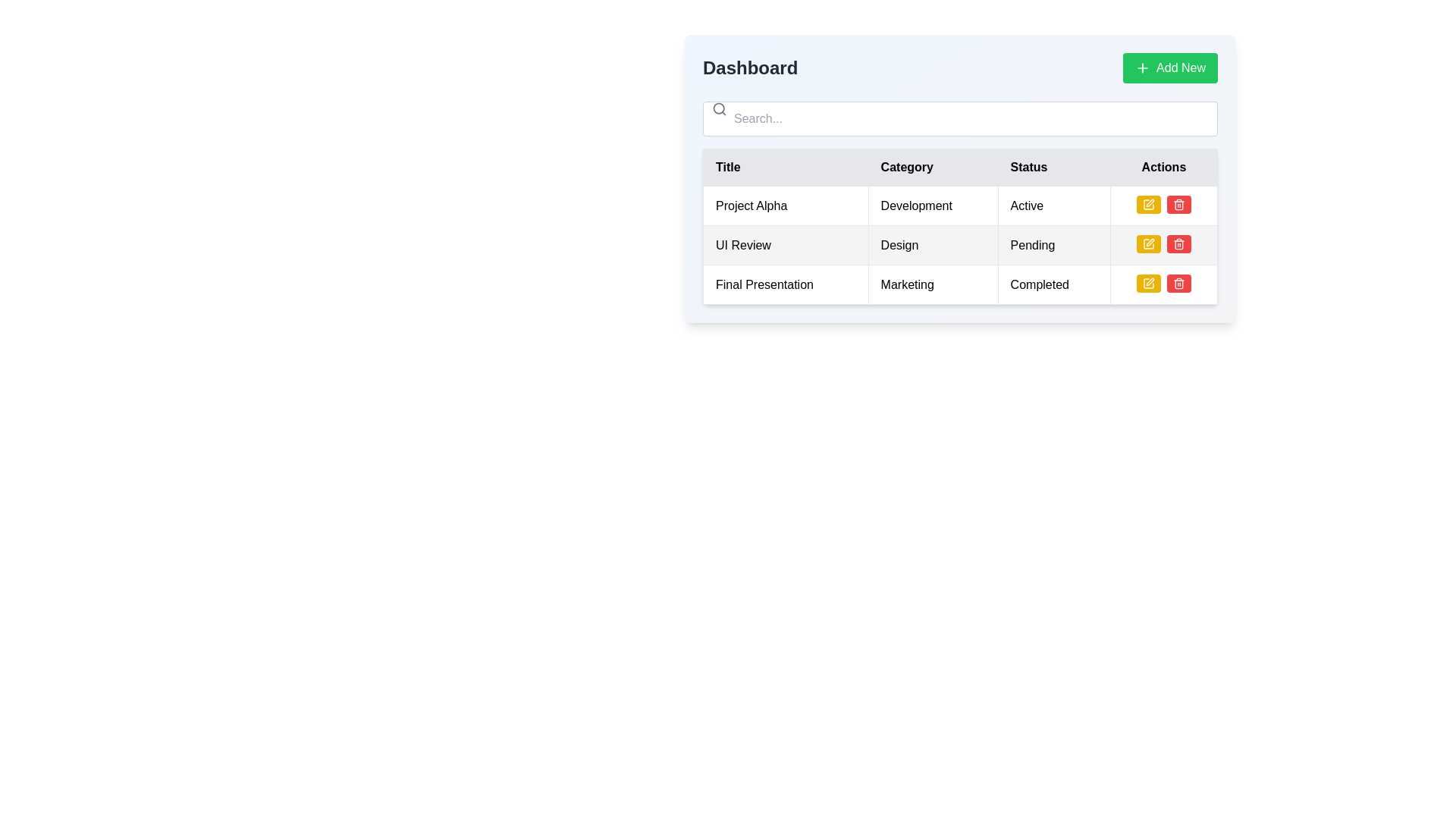 This screenshot has width=1456, height=819. I want to click on the trash bin icon with a red background located in the last position of the 'Actions' column in the table, so click(1178, 284).